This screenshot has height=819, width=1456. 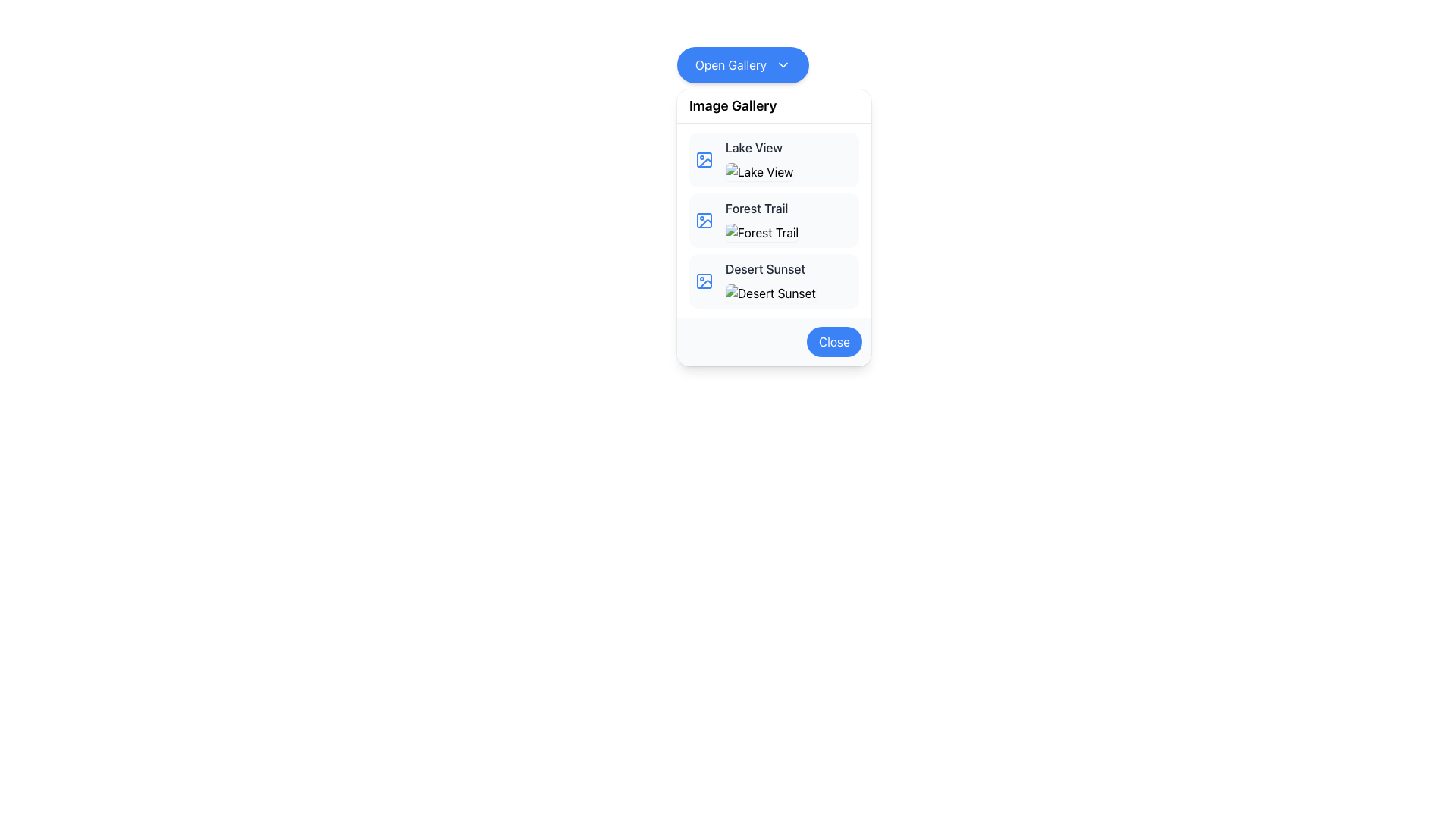 What do you see at coordinates (773, 105) in the screenshot?
I see `the text label that reads 'Image Gallery', which is styled with a bold and semi-large font at the top of the dropdown-like menu box` at bounding box center [773, 105].